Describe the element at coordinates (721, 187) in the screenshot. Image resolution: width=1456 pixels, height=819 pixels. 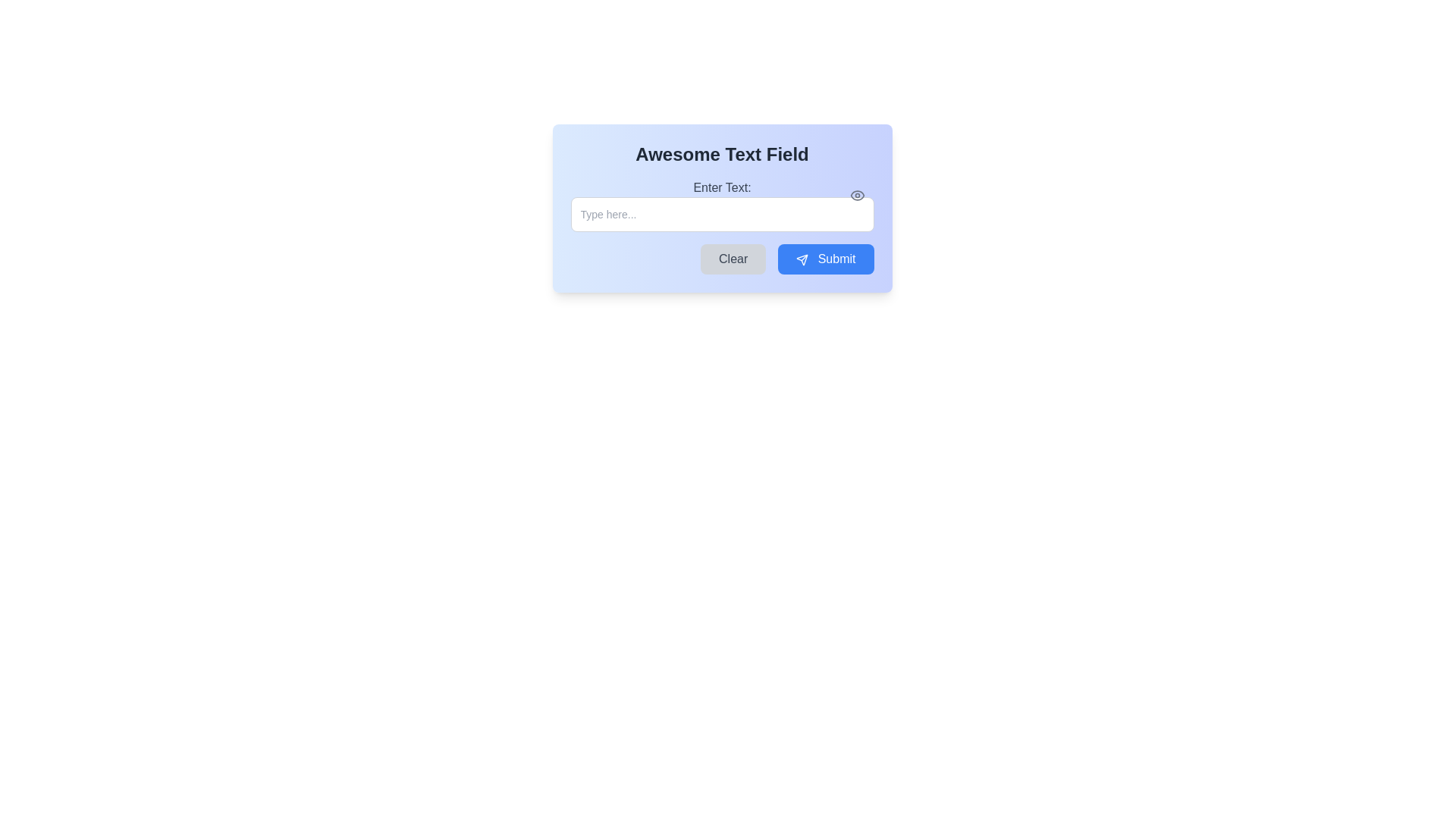
I see `the text label that reads 'Enter Text:' which is styled in gray color and positioned above the password input field` at that location.